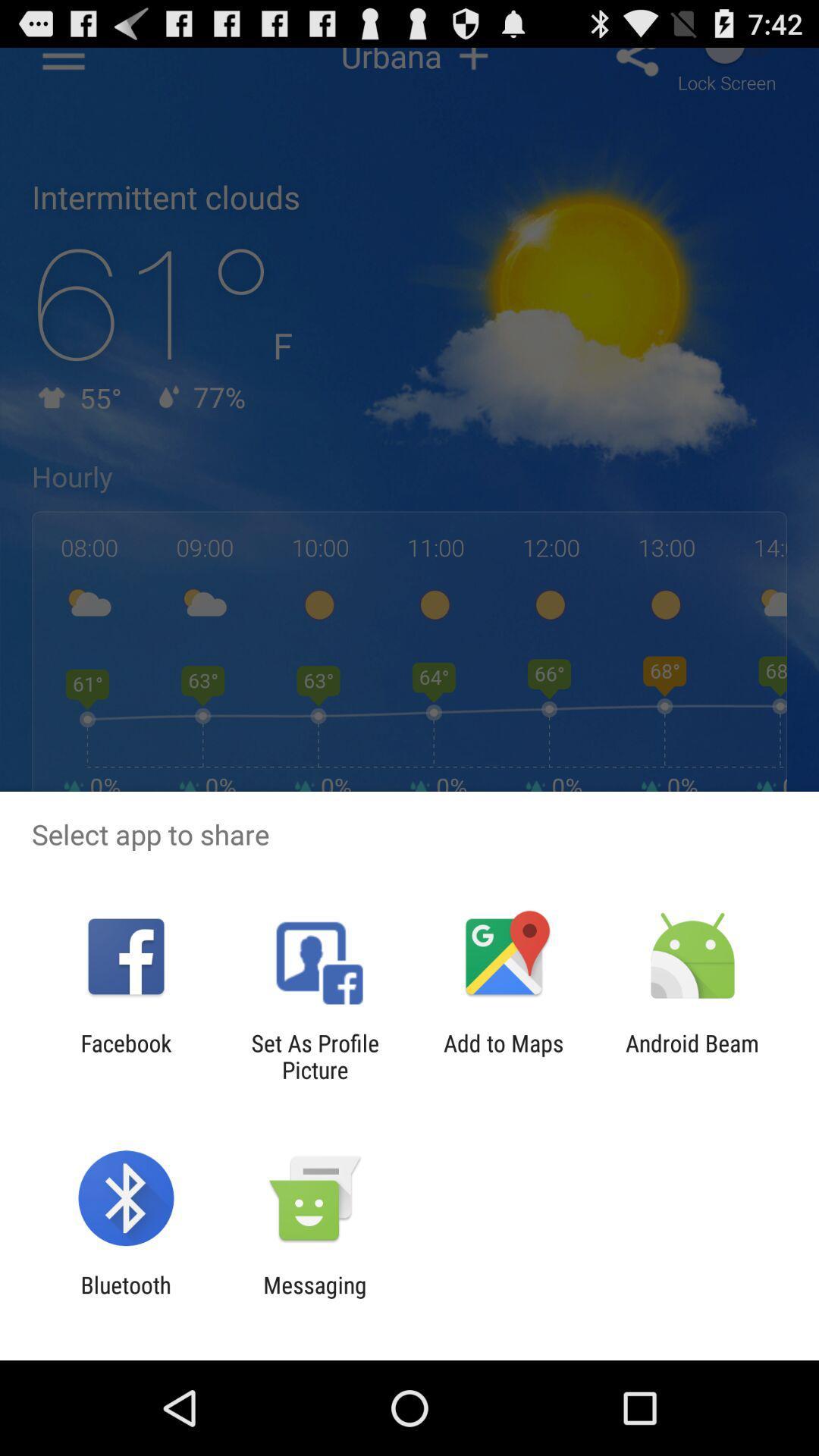 This screenshot has width=819, height=1456. I want to click on app to the right of the facebook item, so click(314, 1056).